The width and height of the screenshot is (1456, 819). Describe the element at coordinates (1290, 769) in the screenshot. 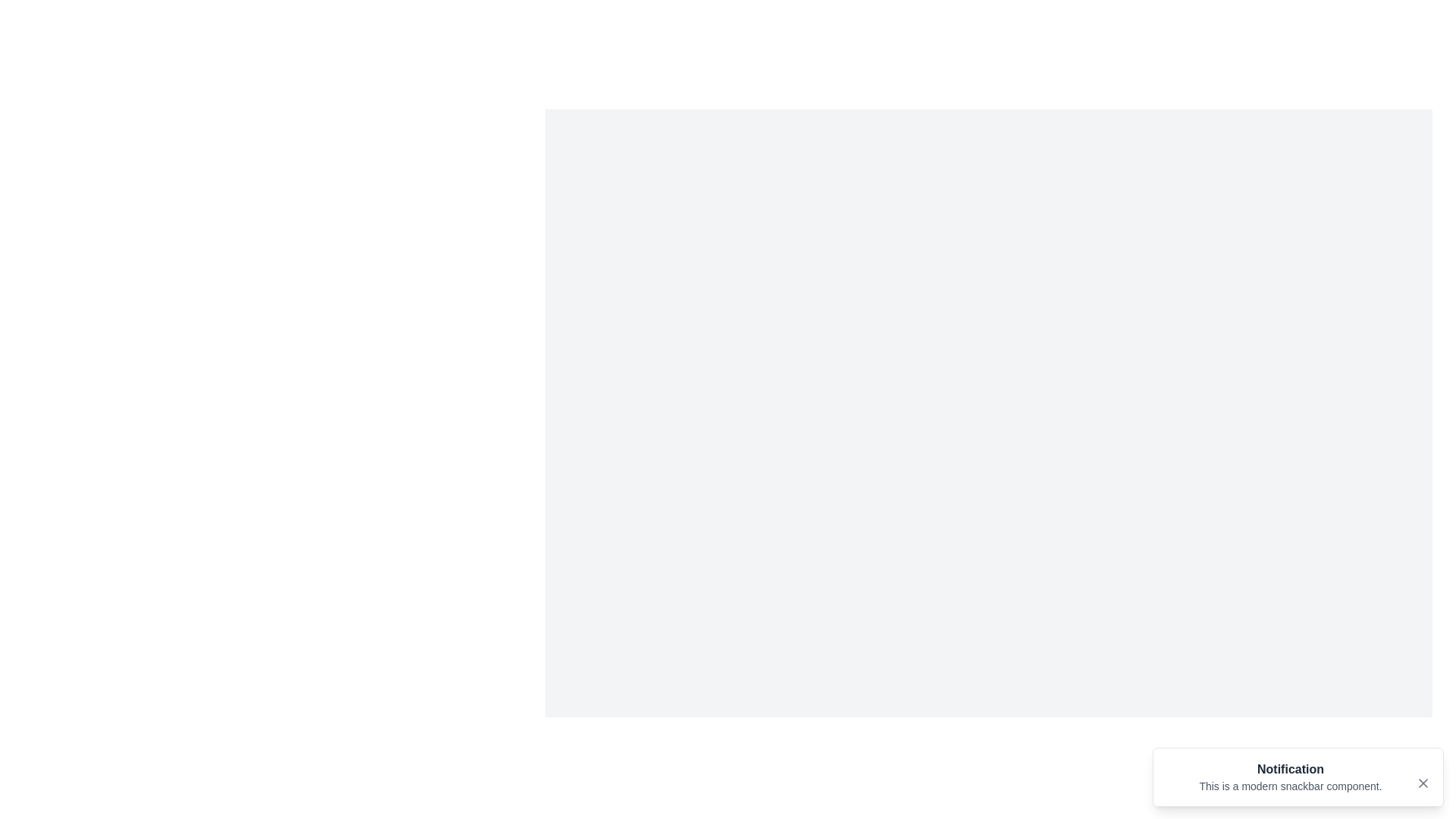

I see `title text of the notification message located at the bottom-right corner of the interface, which serves as the heading and draws attention to the content` at that location.